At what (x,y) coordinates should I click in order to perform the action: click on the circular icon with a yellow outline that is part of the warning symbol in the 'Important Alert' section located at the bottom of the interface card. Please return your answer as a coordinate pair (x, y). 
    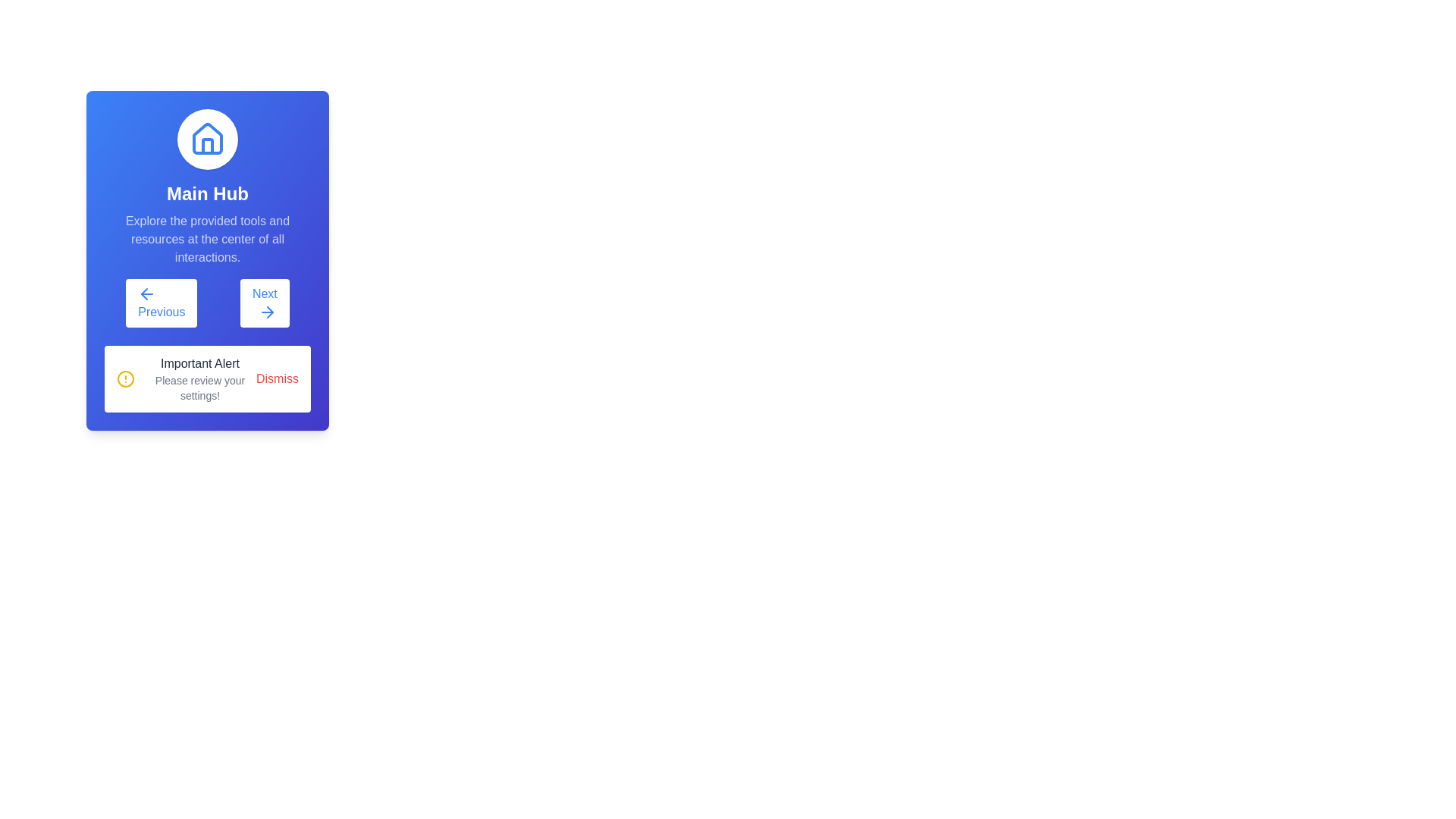
    Looking at the image, I should click on (126, 378).